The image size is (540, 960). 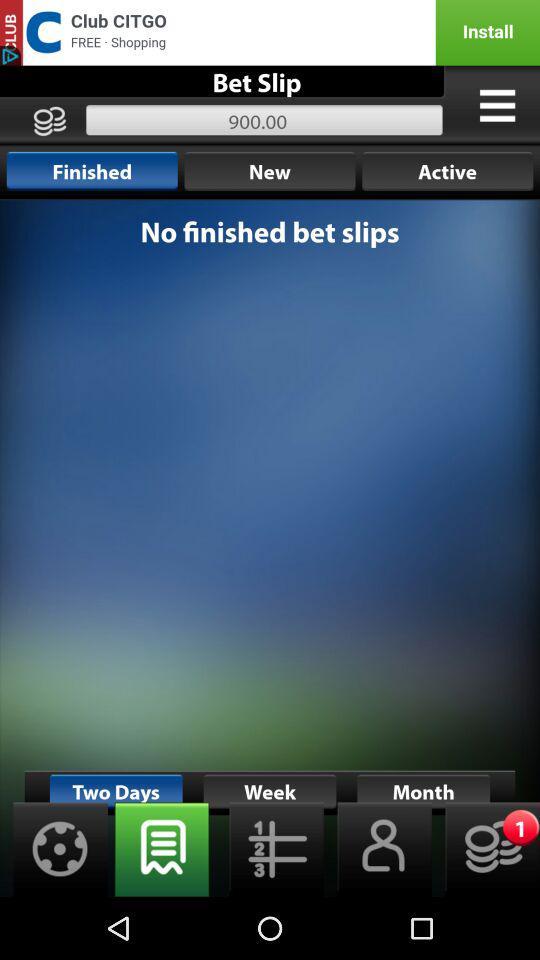 I want to click on the chat icon, so click(x=161, y=909).